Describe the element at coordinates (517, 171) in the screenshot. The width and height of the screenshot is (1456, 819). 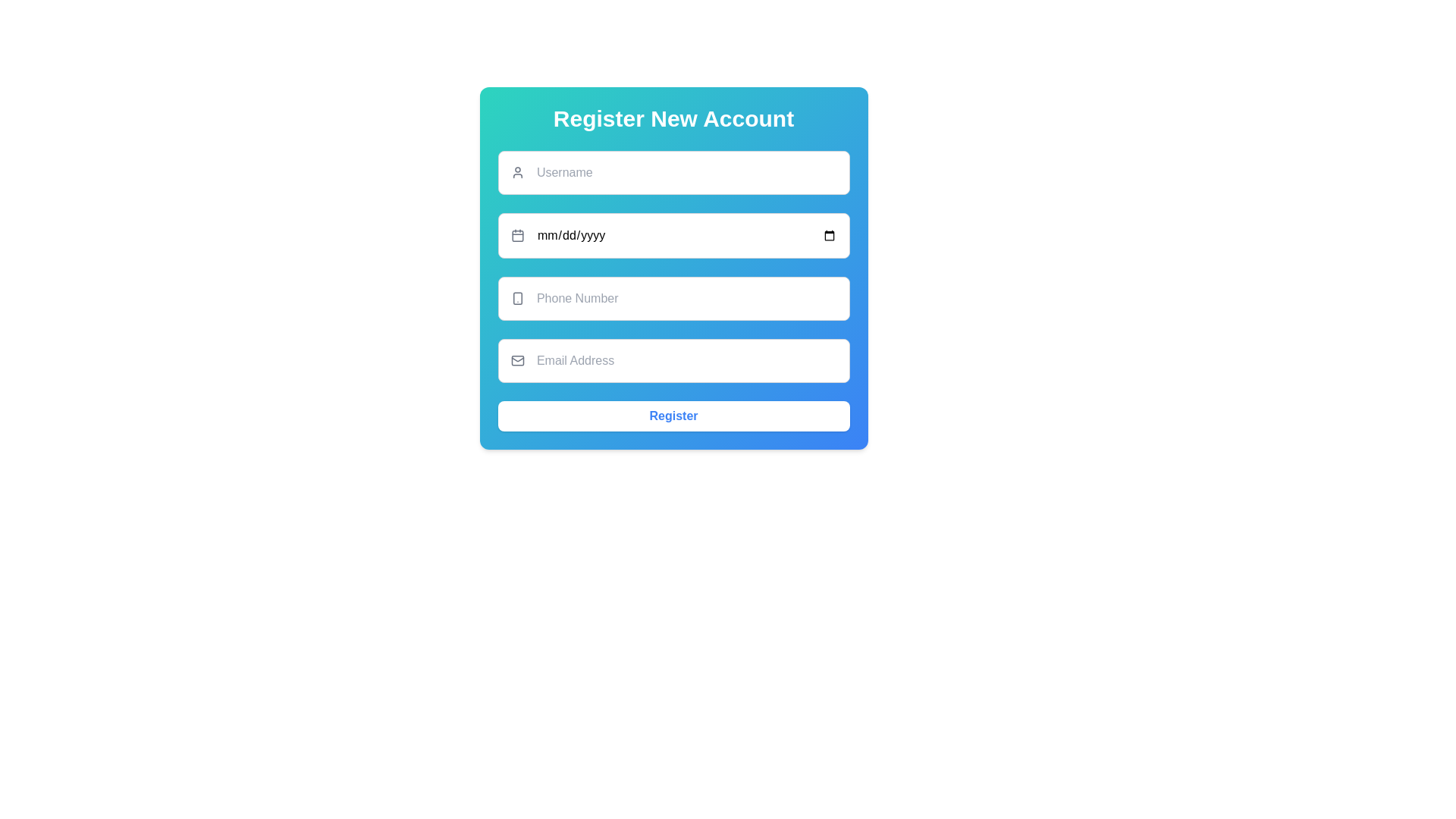
I see `the user profile silhouette icon, which is a gray, line-based illustration located to the left of the 'Username' input field` at that location.